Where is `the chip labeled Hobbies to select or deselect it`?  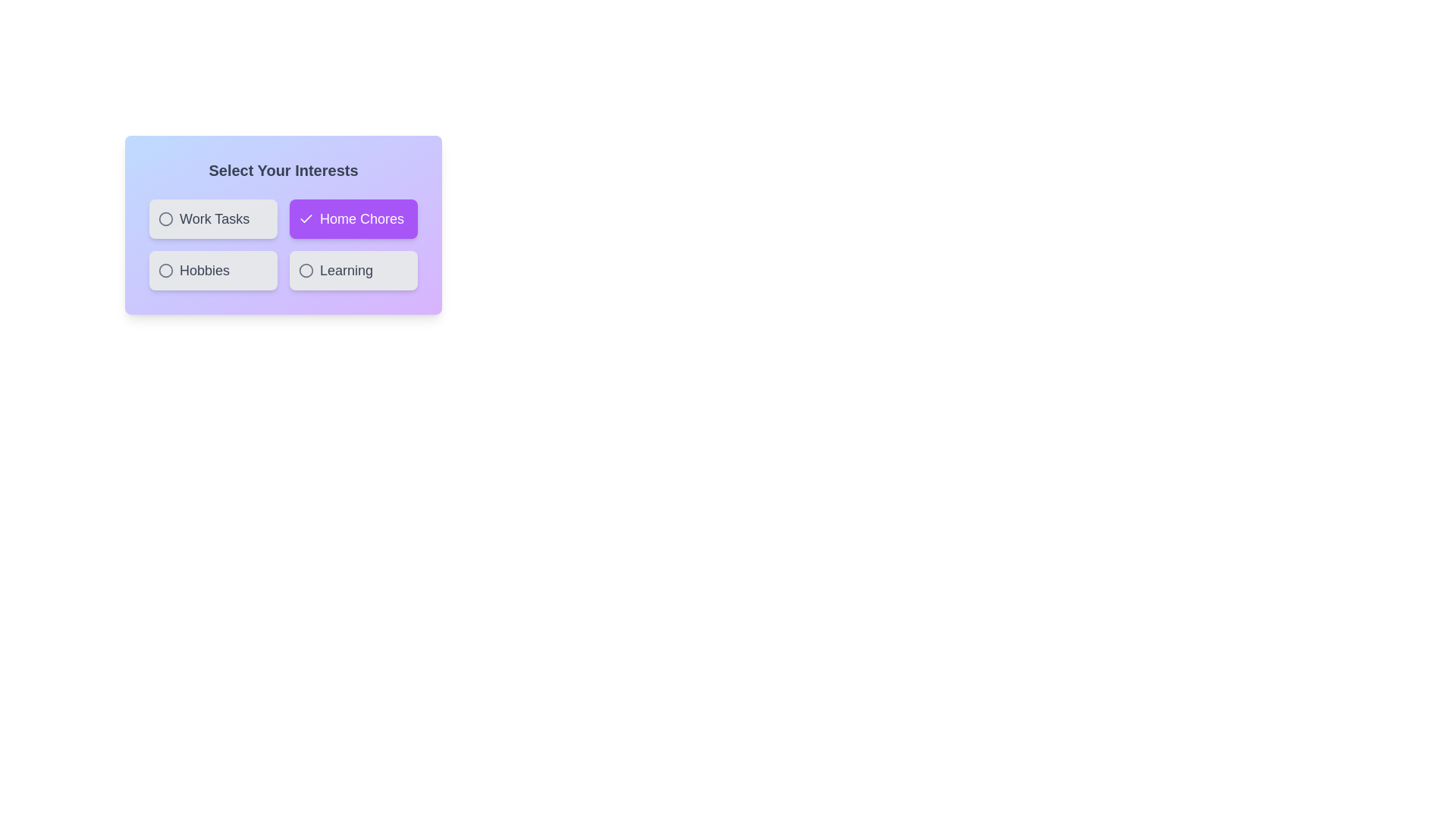 the chip labeled Hobbies to select or deselect it is located at coordinates (212, 270).